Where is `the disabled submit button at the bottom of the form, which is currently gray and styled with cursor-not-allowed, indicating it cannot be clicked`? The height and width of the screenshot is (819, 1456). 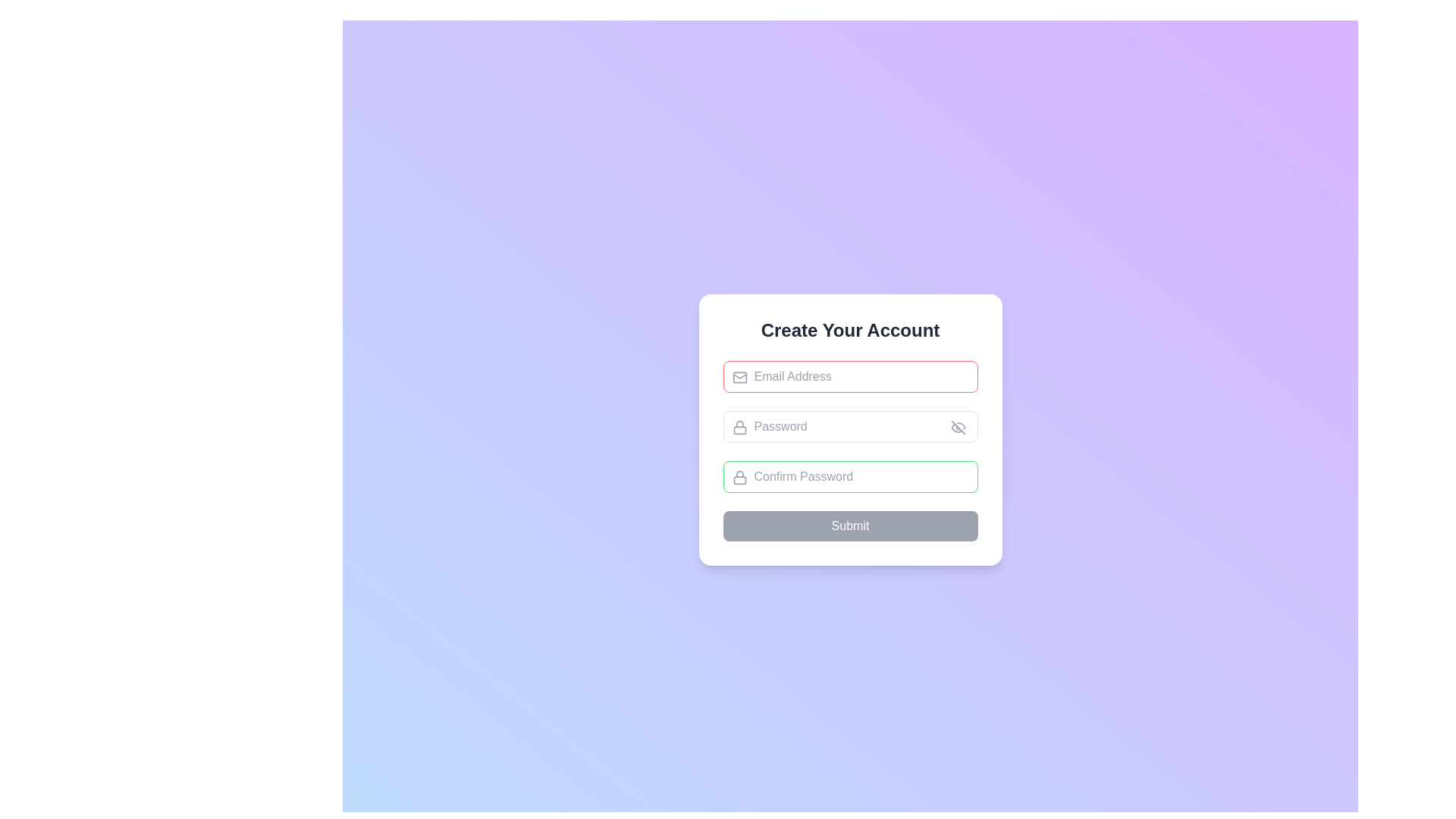
the disabled submit button at the bottom of the form, which is currently gray and styled with cursor-not-allowed, indicating it cannot be clicked is located at coordinates (850, 526).